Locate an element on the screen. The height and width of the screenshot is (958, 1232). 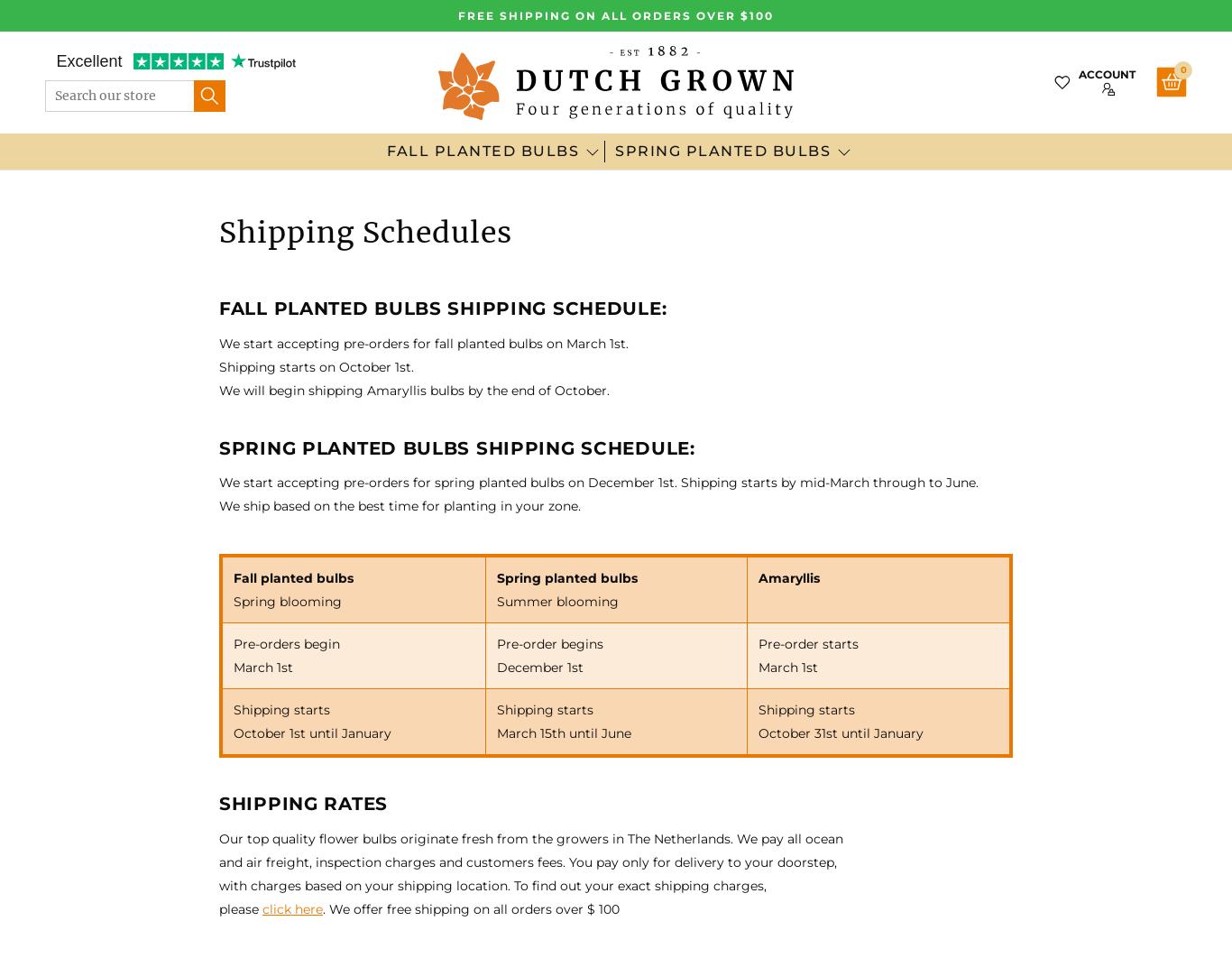
'SPRING PLANTED BULBS SHIPPING SCHEDULE:' is located at coordinates (456, 446).